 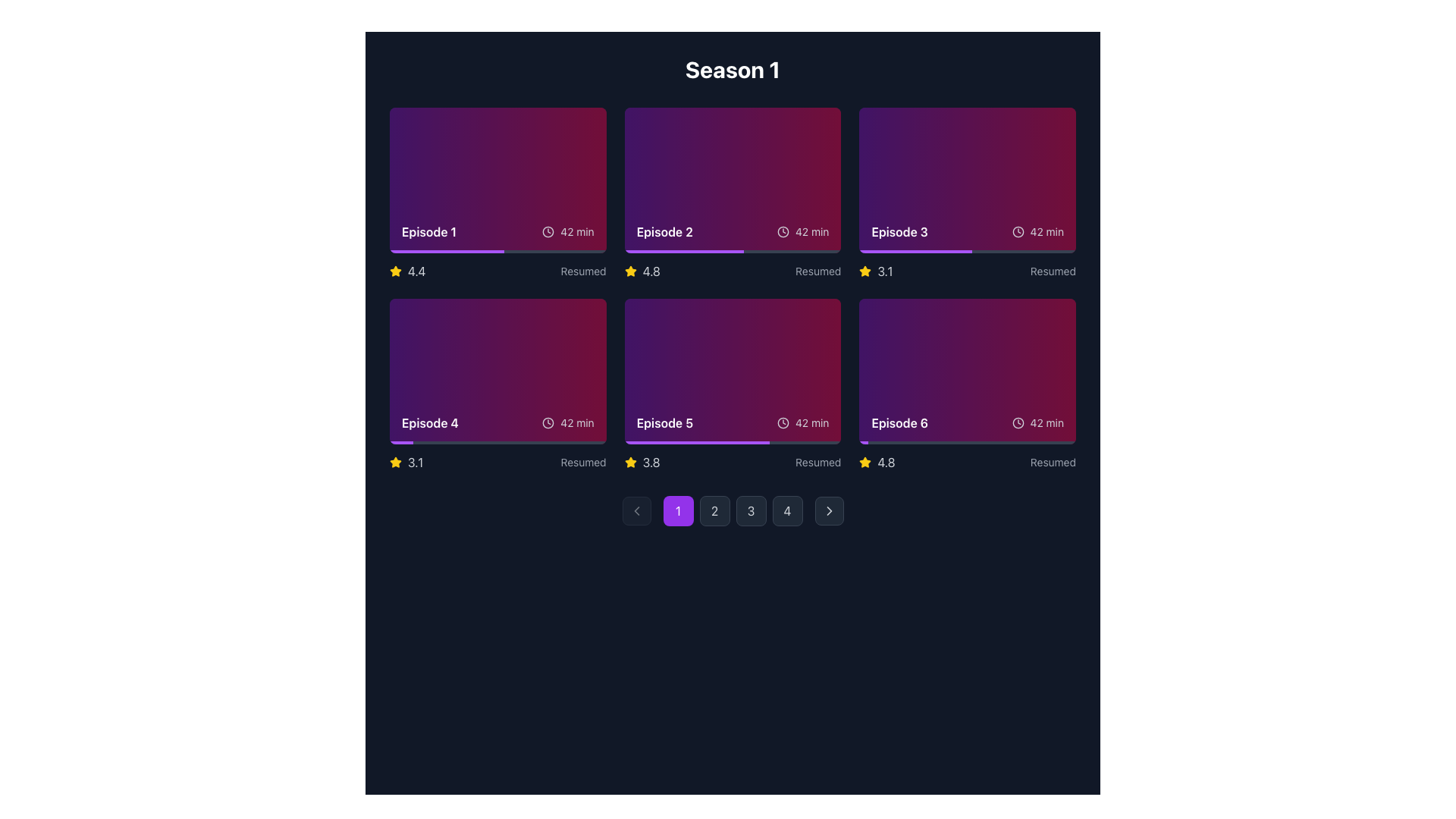 What do you see at coordinates (696, 442) in the screenshot?
I see `the progress bar of the card labeled 'Episode 5' located in the second row, third column of the grid layout by clicking on it` at bounding box center [696, 442].